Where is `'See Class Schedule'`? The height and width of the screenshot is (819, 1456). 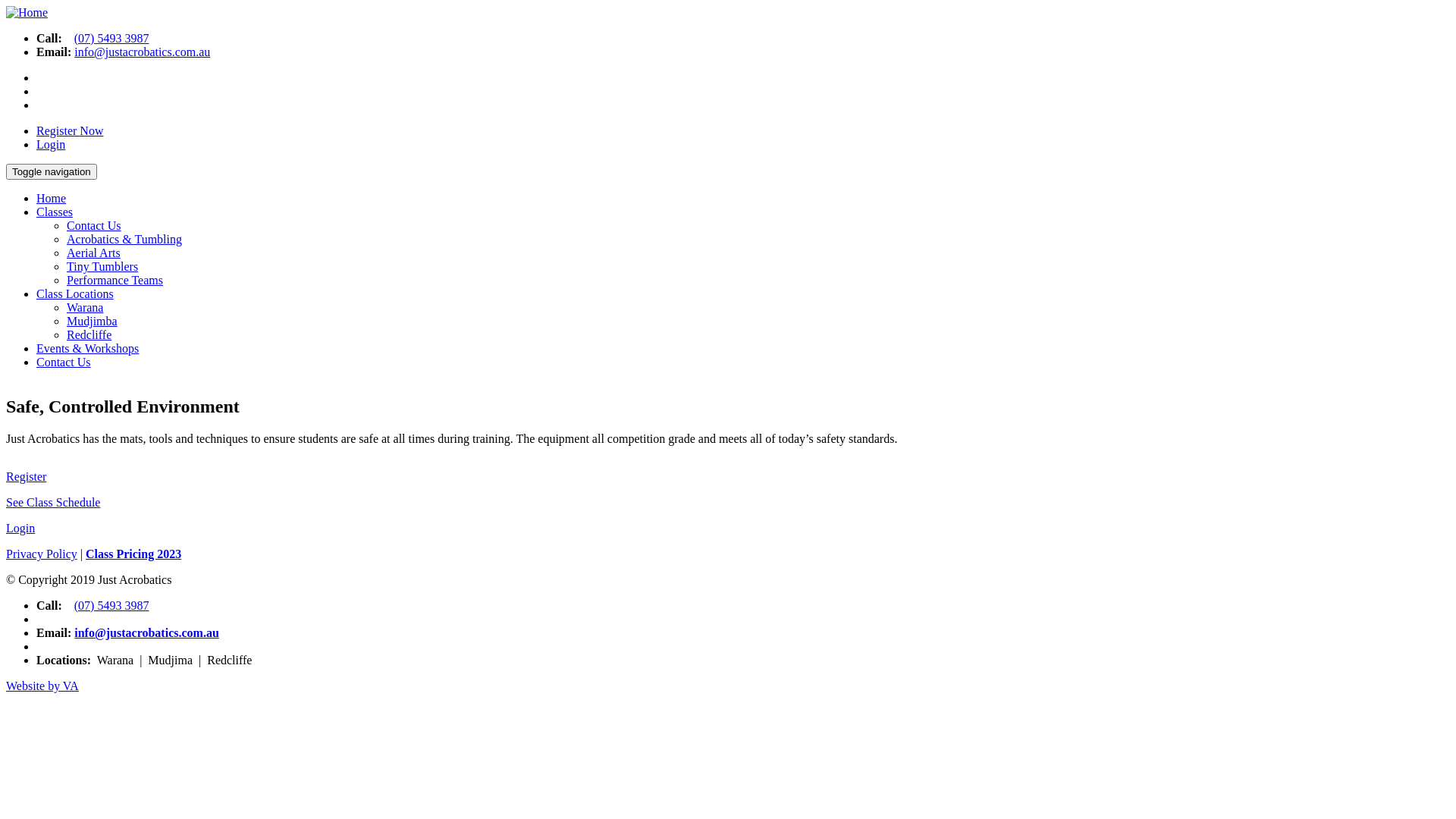 'See Class Schedule' is located at coordinates (53, 502).